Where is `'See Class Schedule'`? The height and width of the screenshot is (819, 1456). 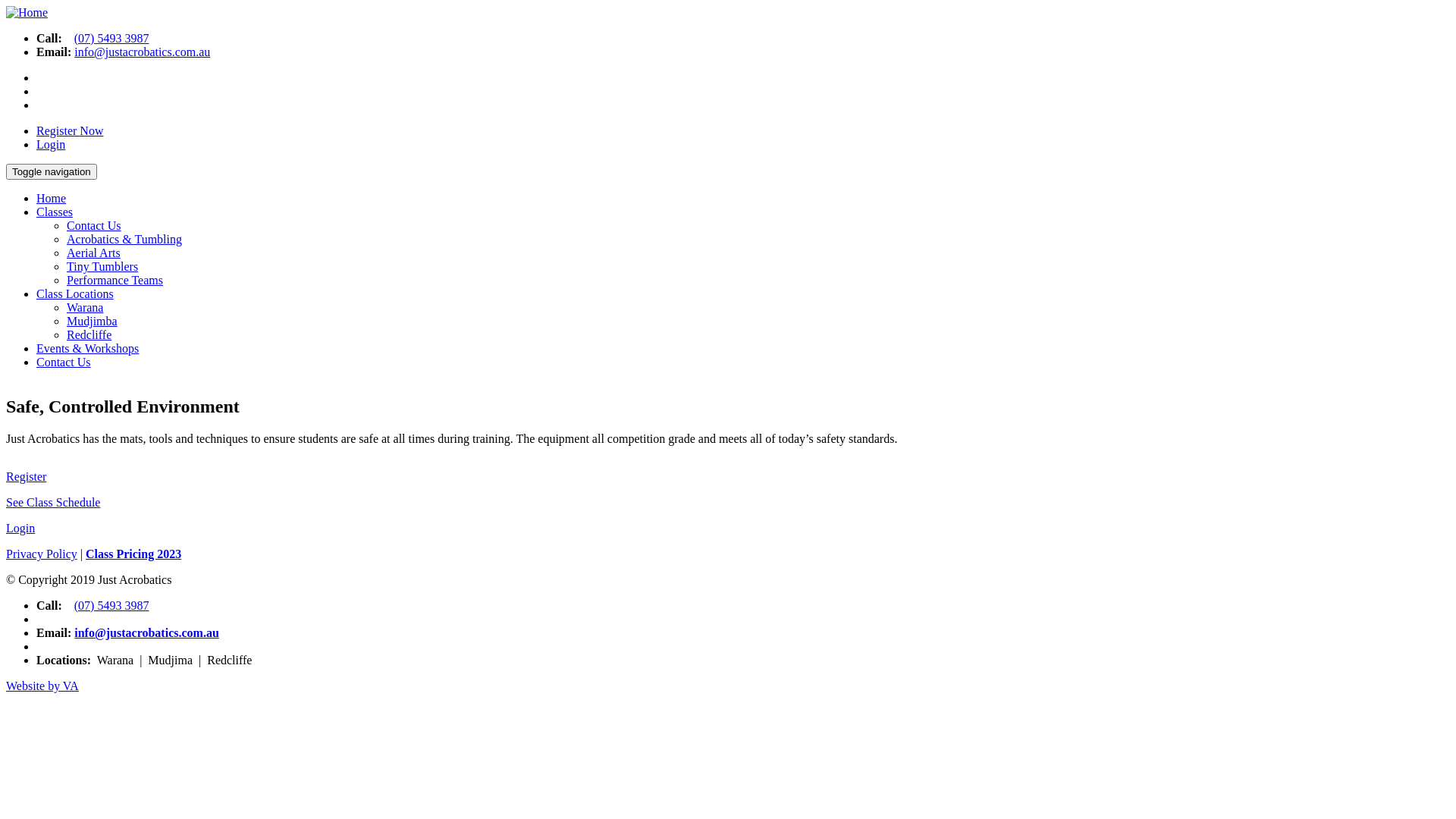 'See Class Schedule' is located at coordinates (53, 502).